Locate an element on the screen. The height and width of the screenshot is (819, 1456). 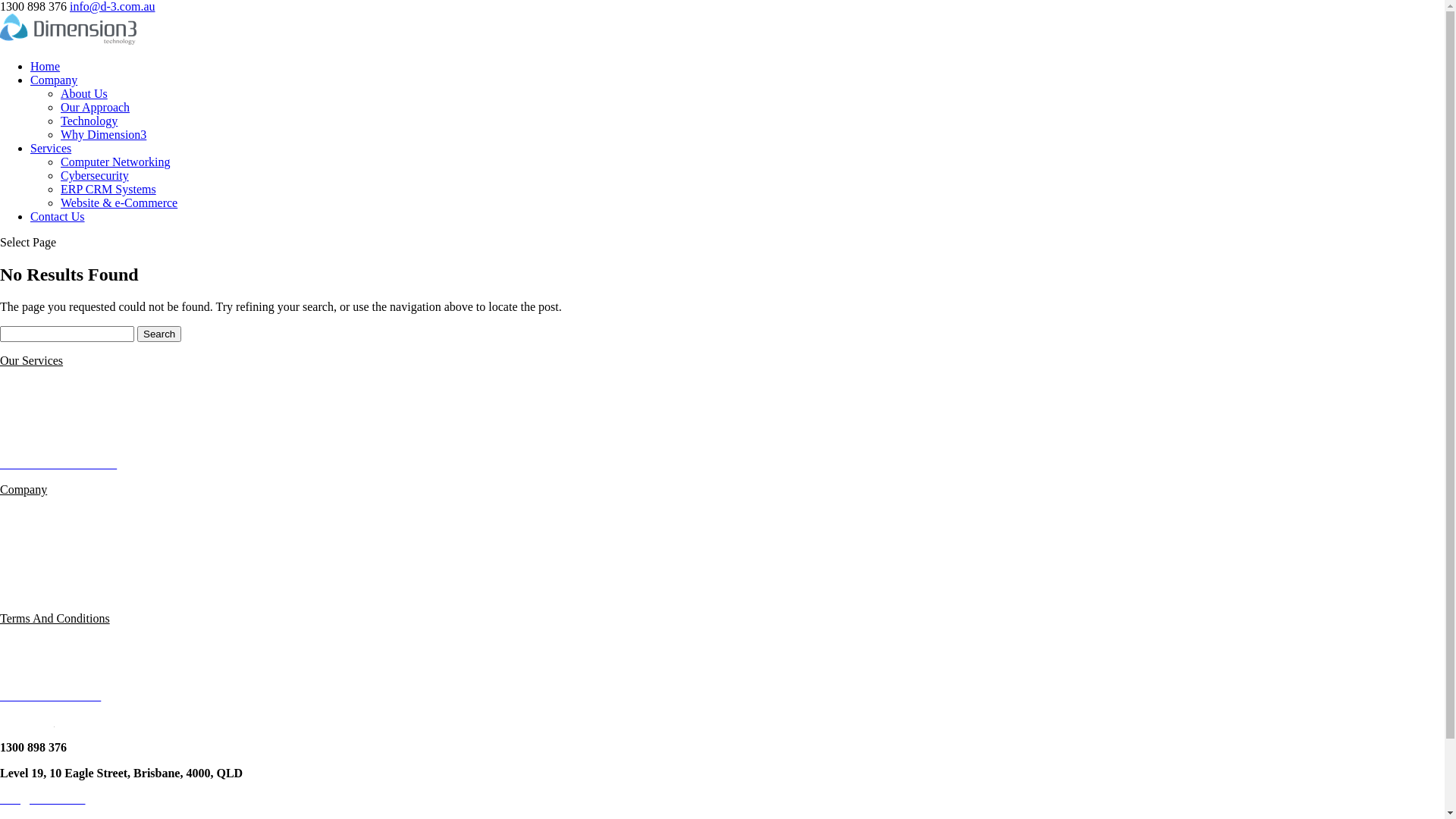
'info@d-3.com.au' is located at coordinates (111, 6).